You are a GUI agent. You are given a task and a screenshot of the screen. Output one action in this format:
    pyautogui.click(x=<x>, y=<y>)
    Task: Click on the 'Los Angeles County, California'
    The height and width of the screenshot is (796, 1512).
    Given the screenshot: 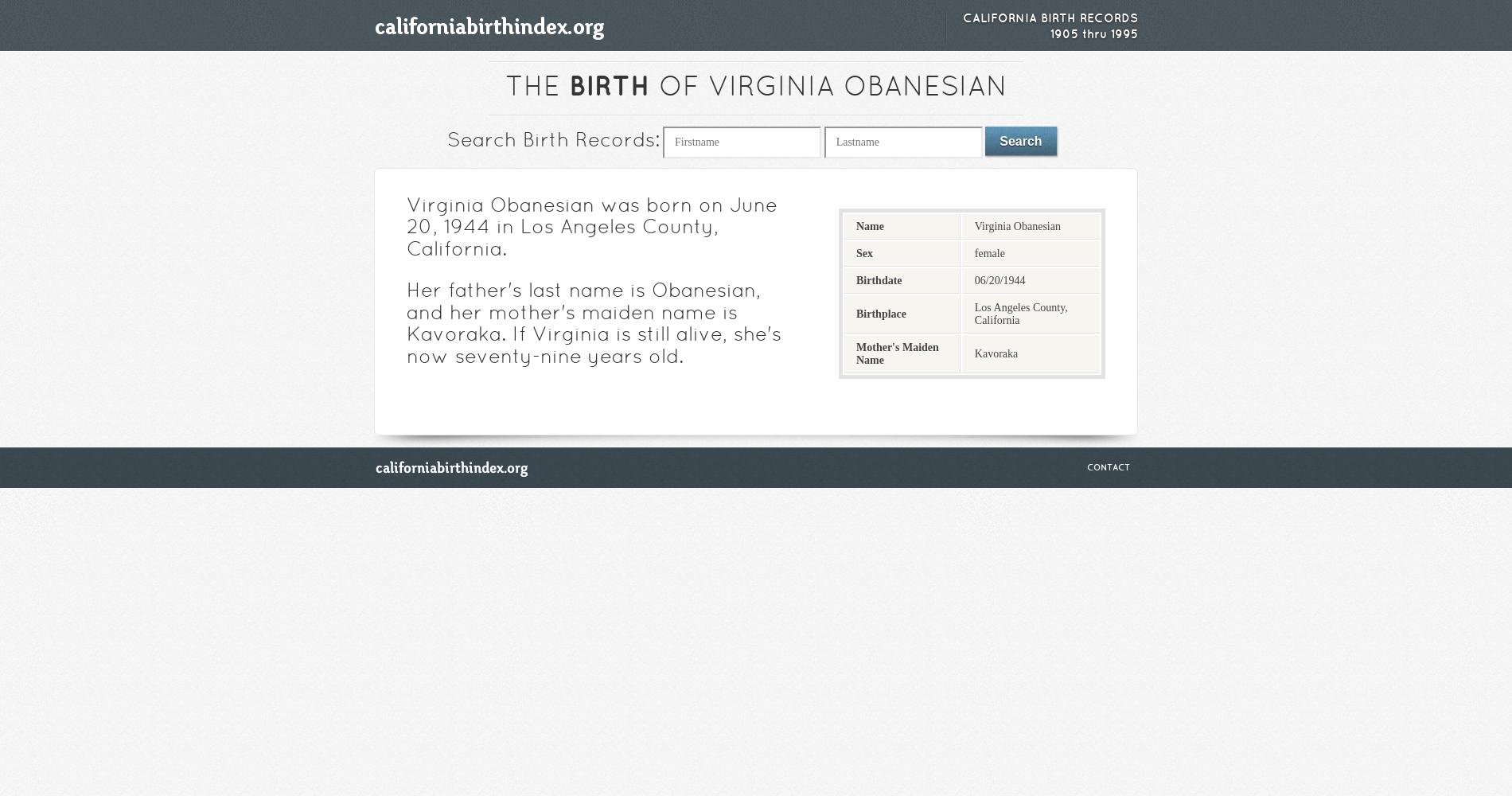 What is the action you would take?
    pyautogui.click(x=1019, y=313)
    